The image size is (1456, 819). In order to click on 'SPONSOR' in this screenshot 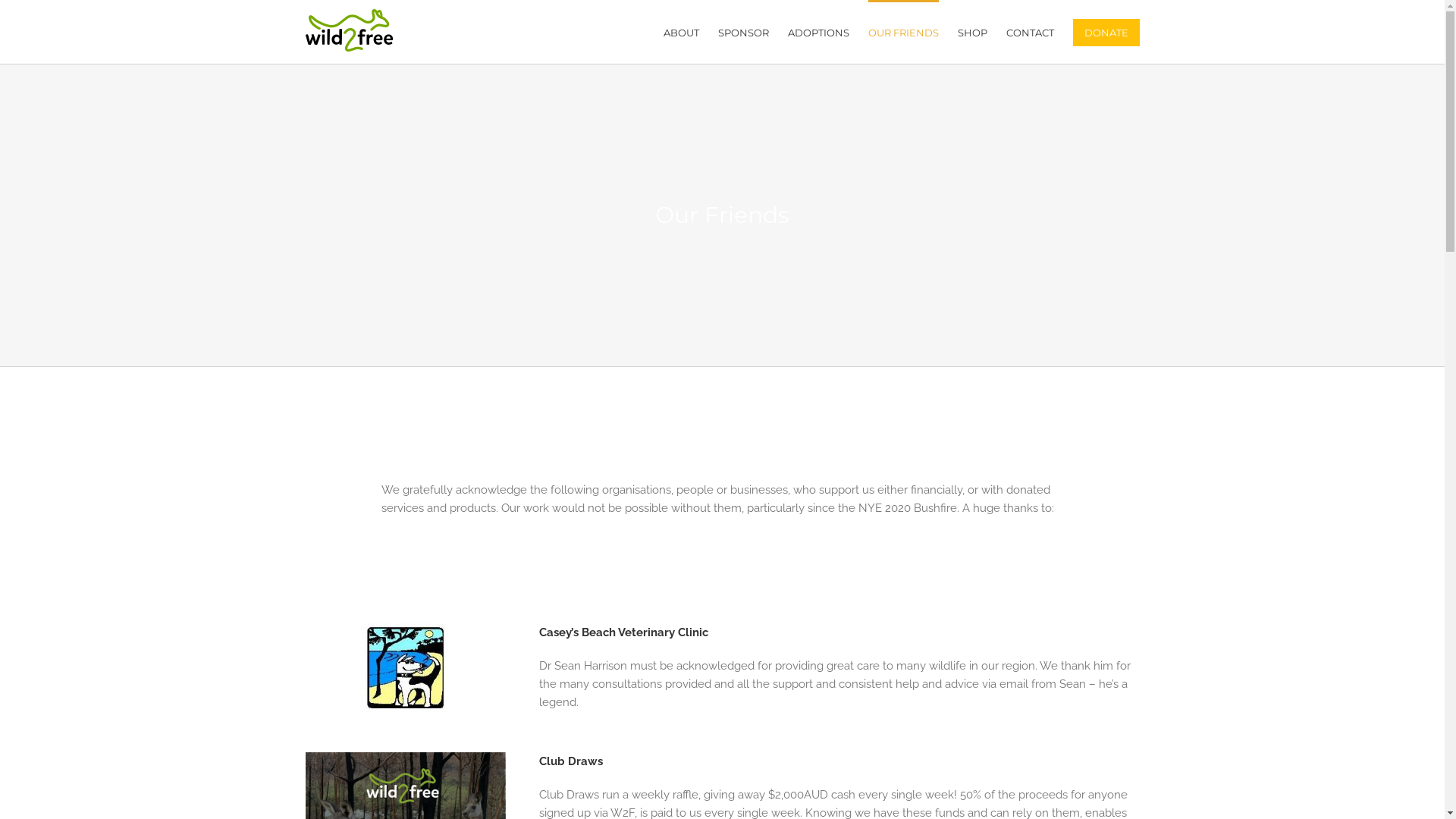, I will do `click(742, 32)`.